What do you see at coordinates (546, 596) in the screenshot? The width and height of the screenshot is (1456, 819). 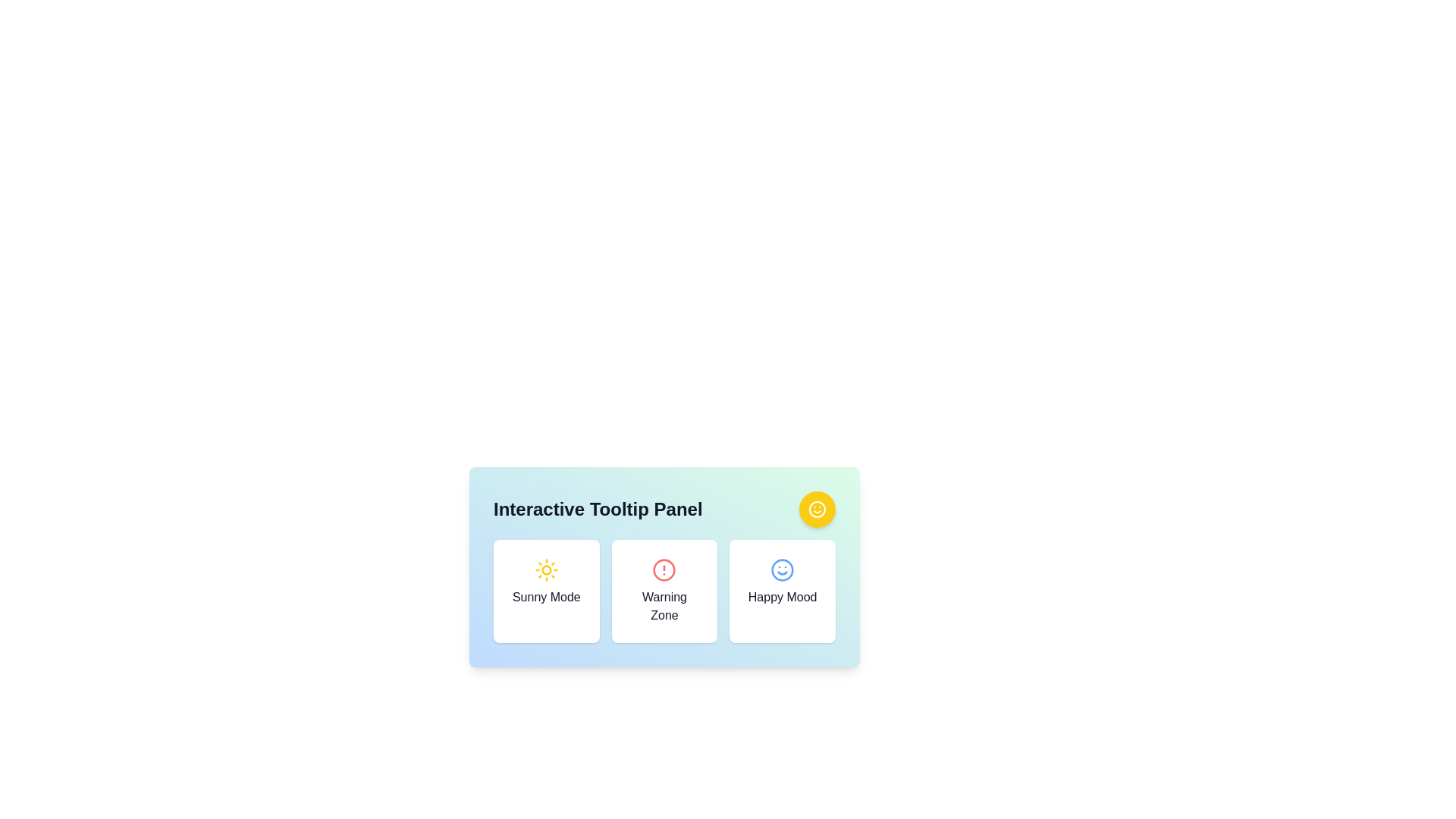 I see `text 'Sunny Mode' which is styled in medium font and located below a yellow sun icon on the leftmost card of a three-card horizontal layout` at bounding box center [546, 596].